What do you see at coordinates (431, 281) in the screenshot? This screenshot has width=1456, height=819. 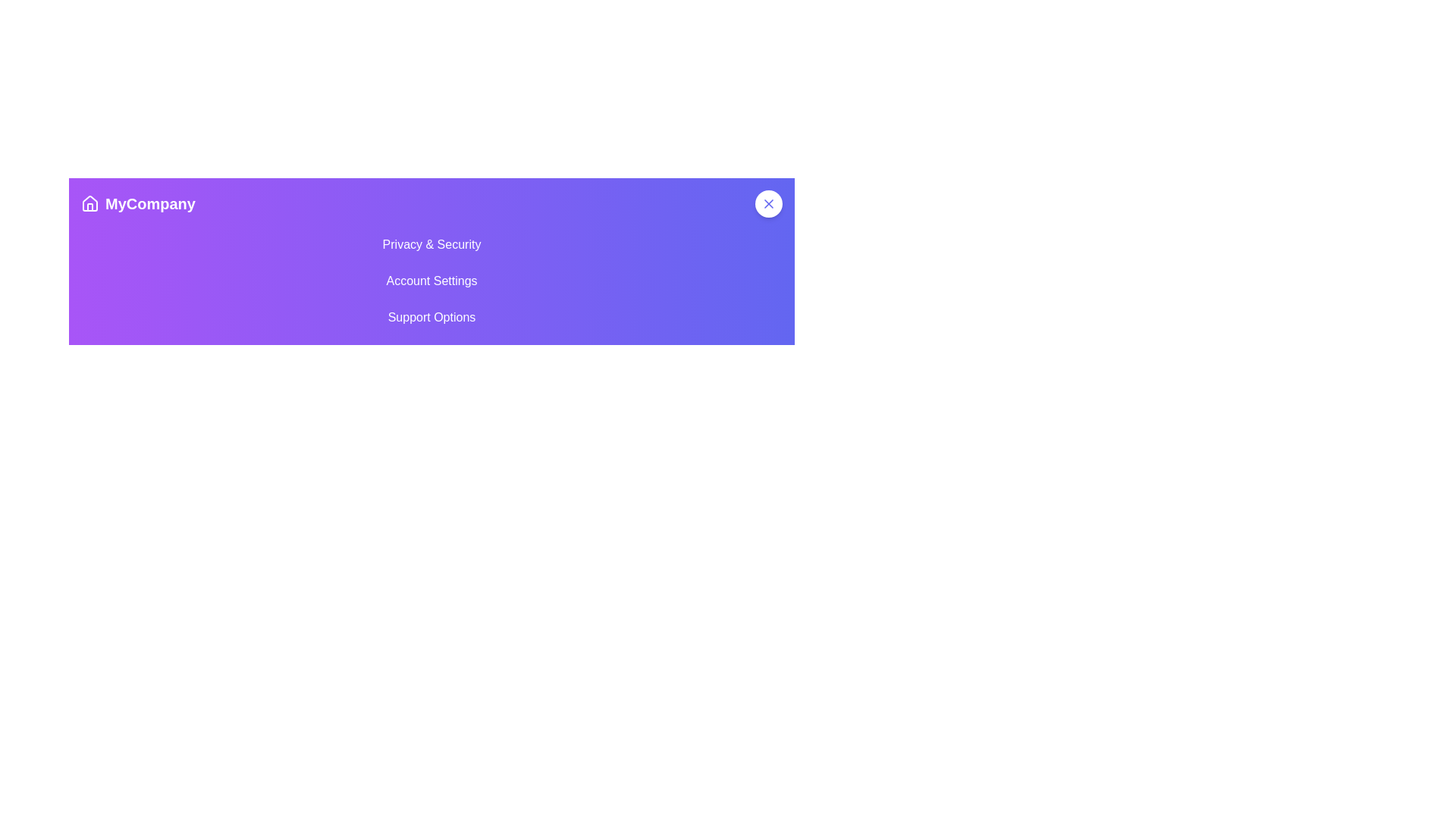 I see `the 'Account Settings' option, which is displayed in white font on a purple bar` at bounding box center [431, 281].